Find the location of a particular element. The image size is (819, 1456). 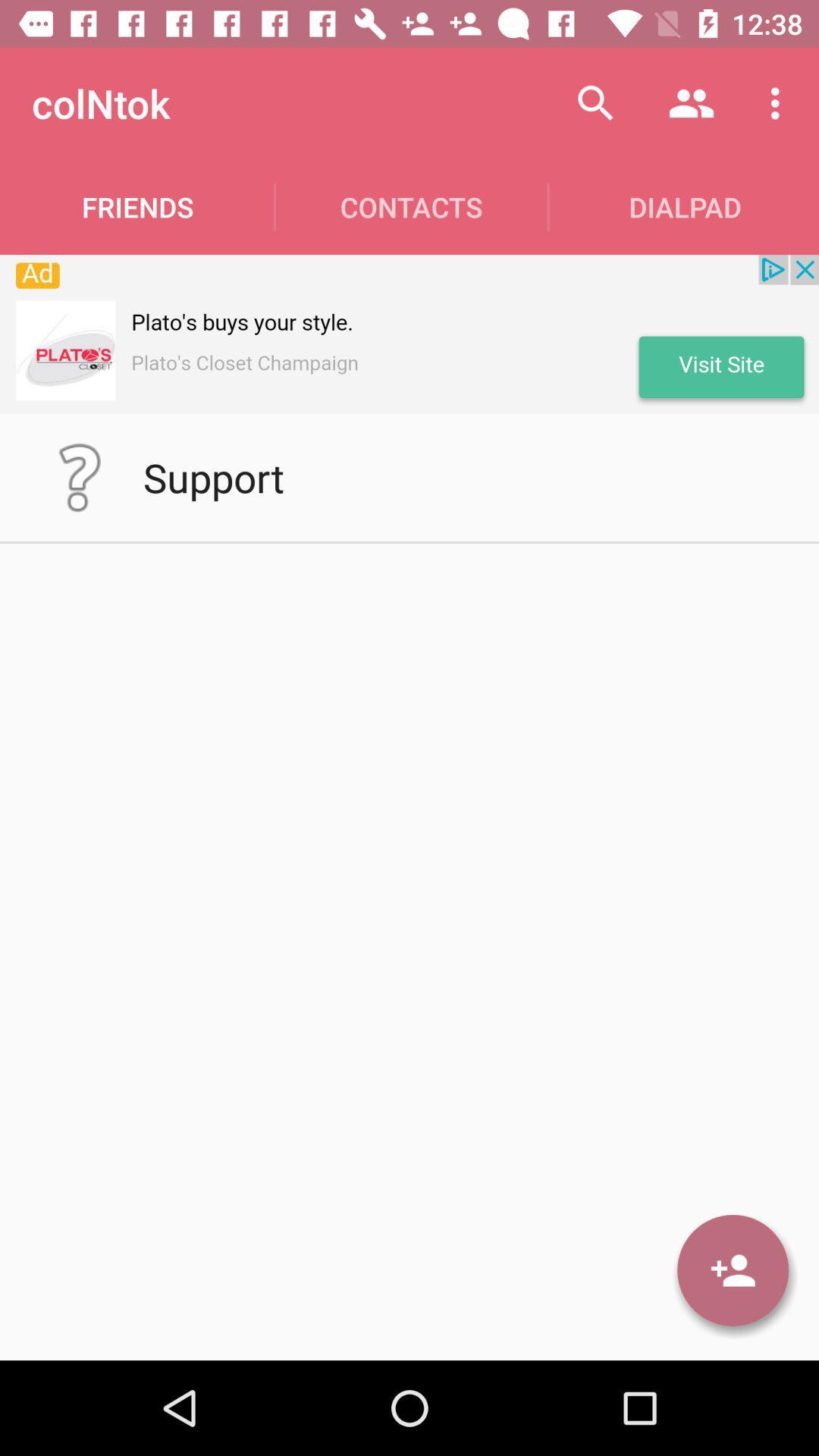

get help is located at coordinates (79, 476).